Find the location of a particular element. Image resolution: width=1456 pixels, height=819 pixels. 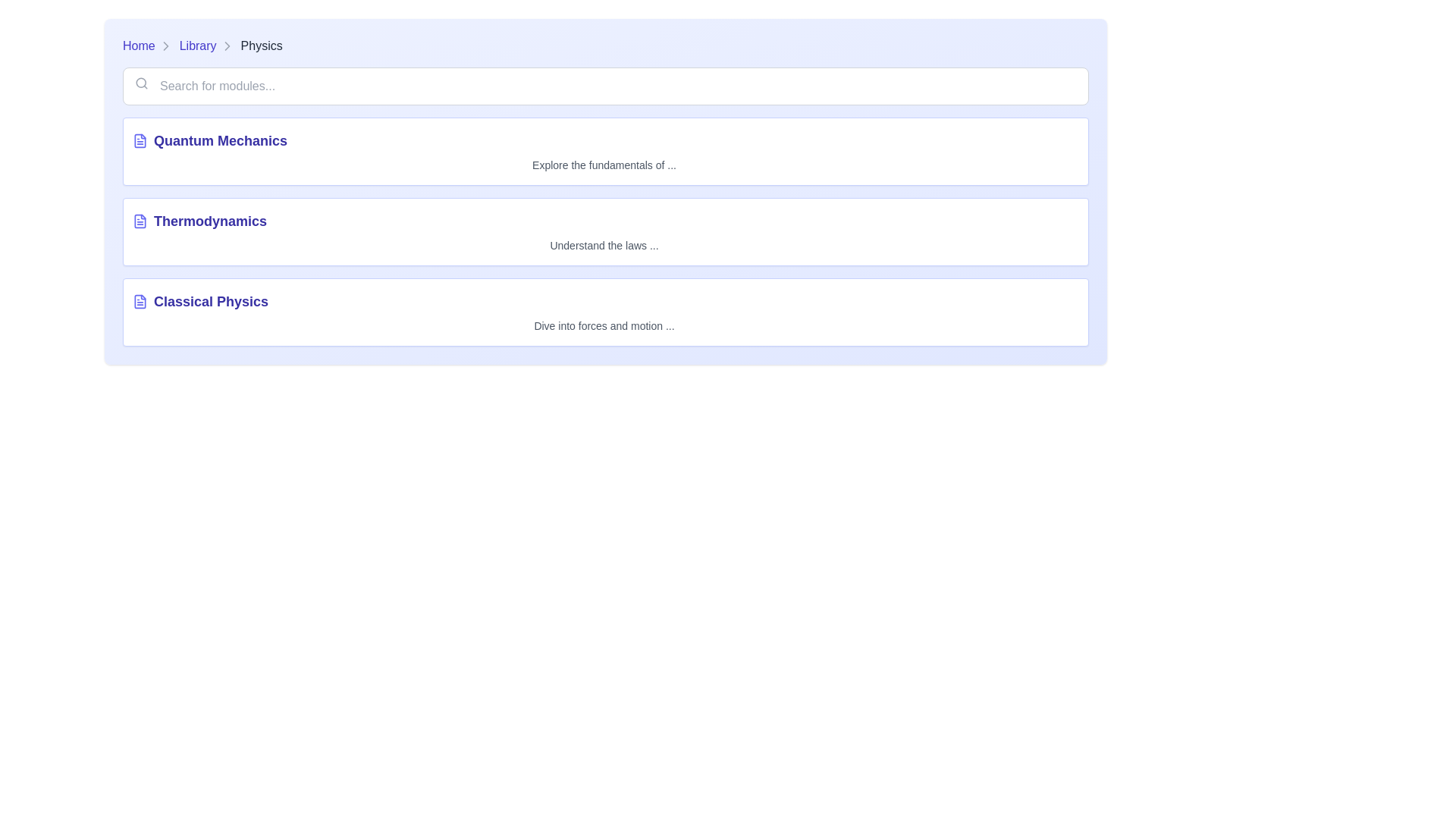

the breadcrumb navigation icon located between the 'Library' and 'Physics' text, which serves as a visual indicator of hierarchy is located at coordinates (226, 45).